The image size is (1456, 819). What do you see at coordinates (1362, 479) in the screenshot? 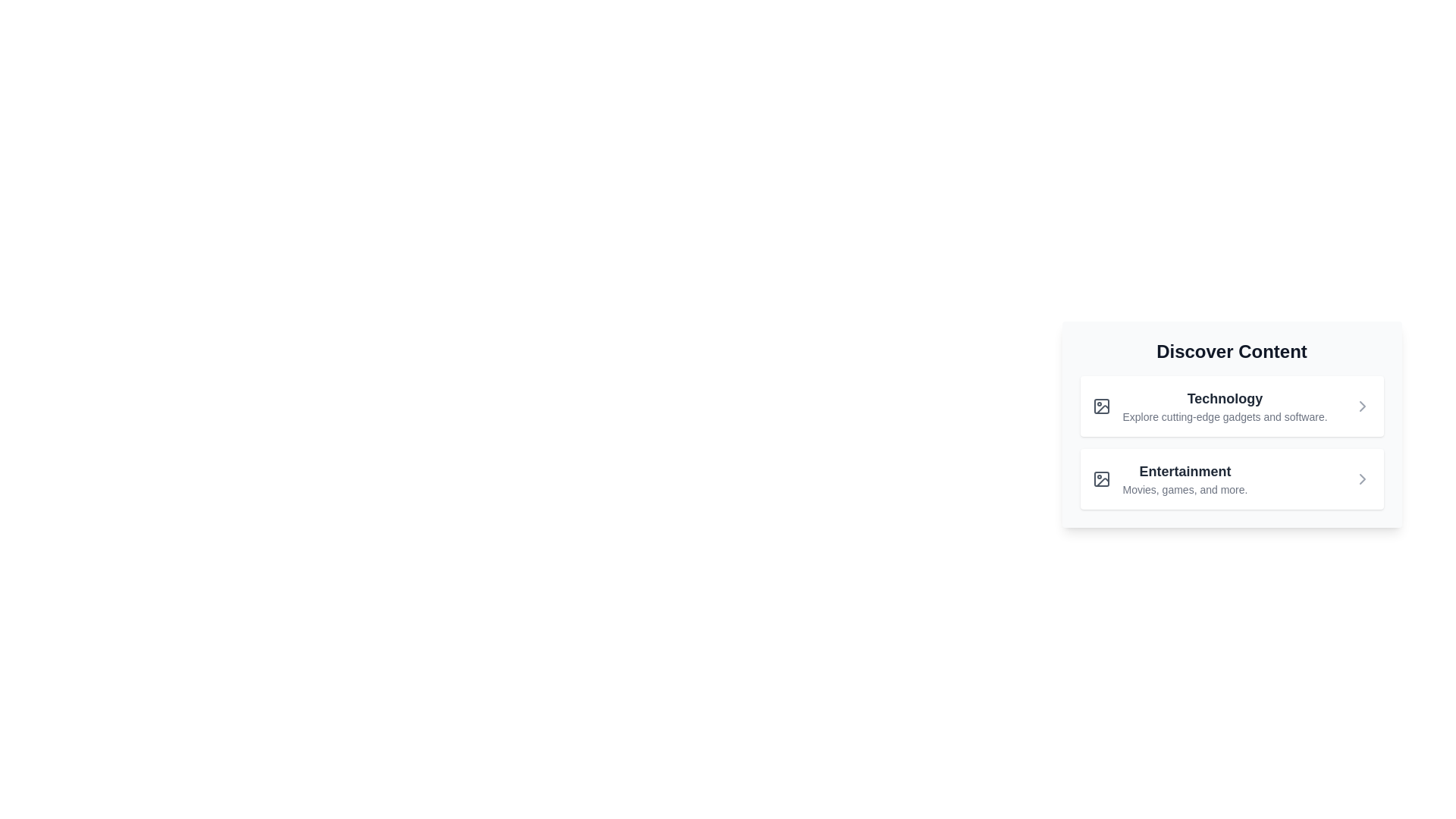
I see `the chevron icon located on the far-right side of the 'Entertainment' listing within the Discover Content section` at bounding box center [1362, 479].